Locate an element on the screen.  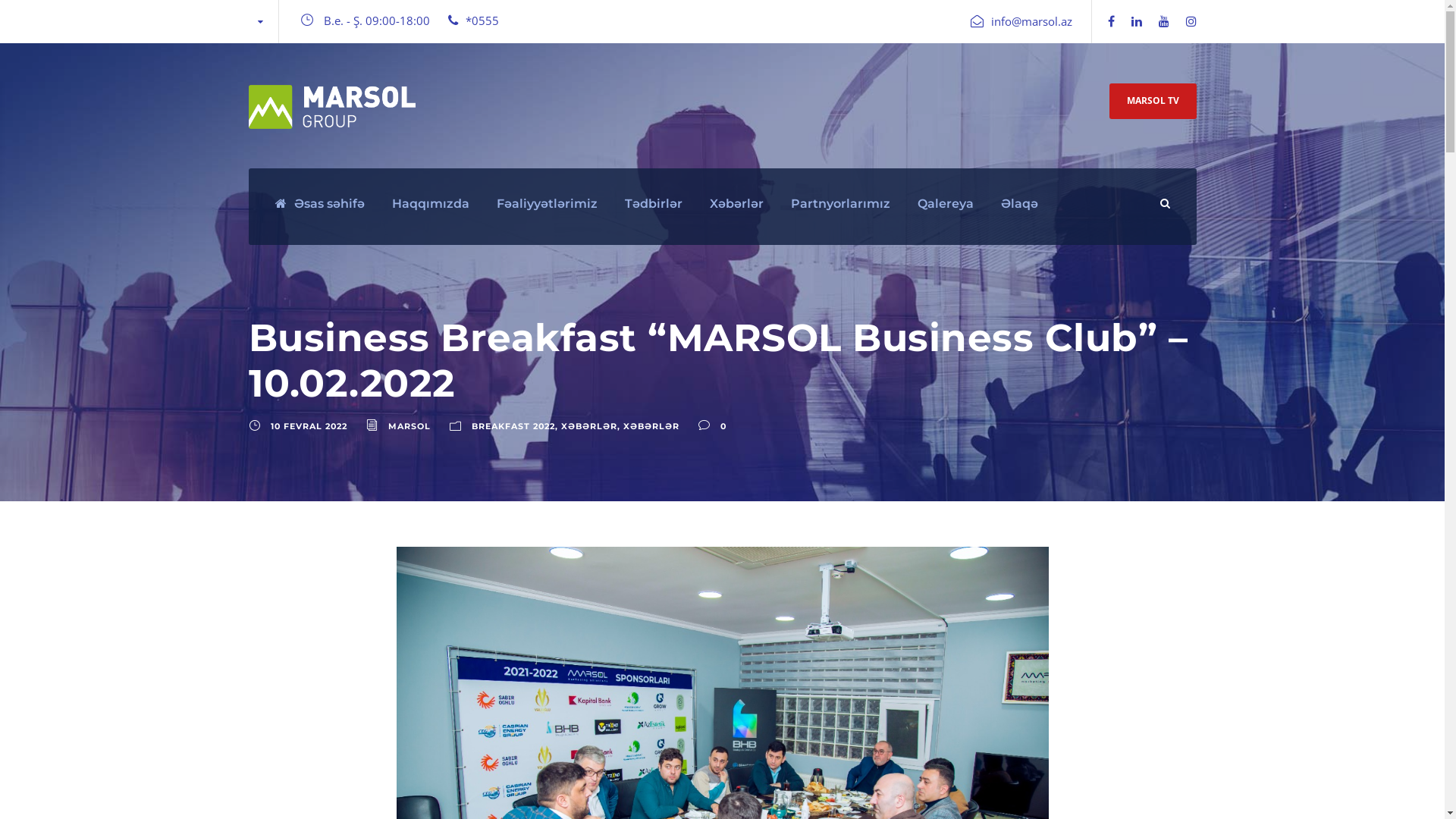
'MARSOL' is located at coordinates (409, 426).